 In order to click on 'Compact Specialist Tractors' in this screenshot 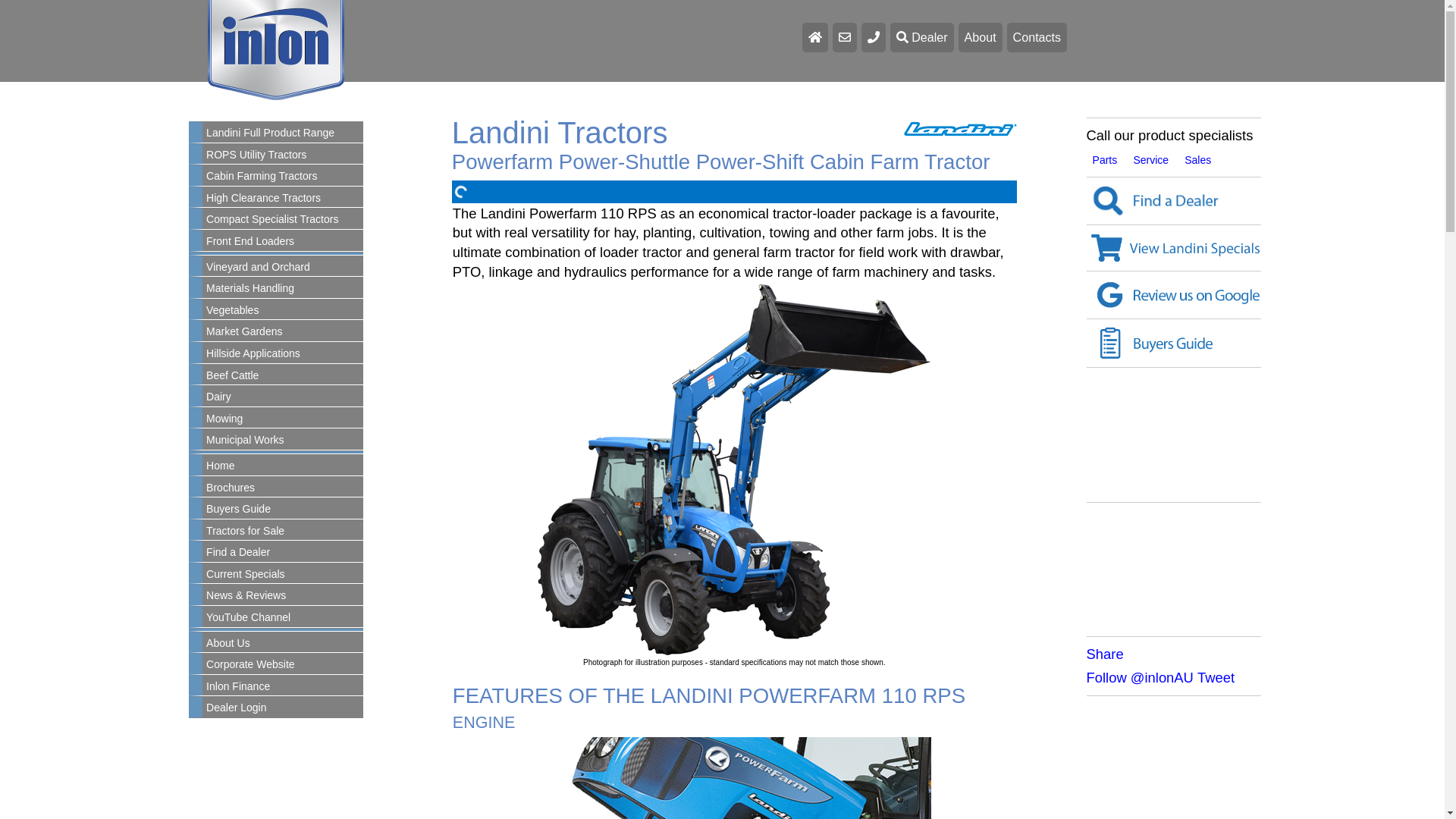, I will do `click(283, 219)`.